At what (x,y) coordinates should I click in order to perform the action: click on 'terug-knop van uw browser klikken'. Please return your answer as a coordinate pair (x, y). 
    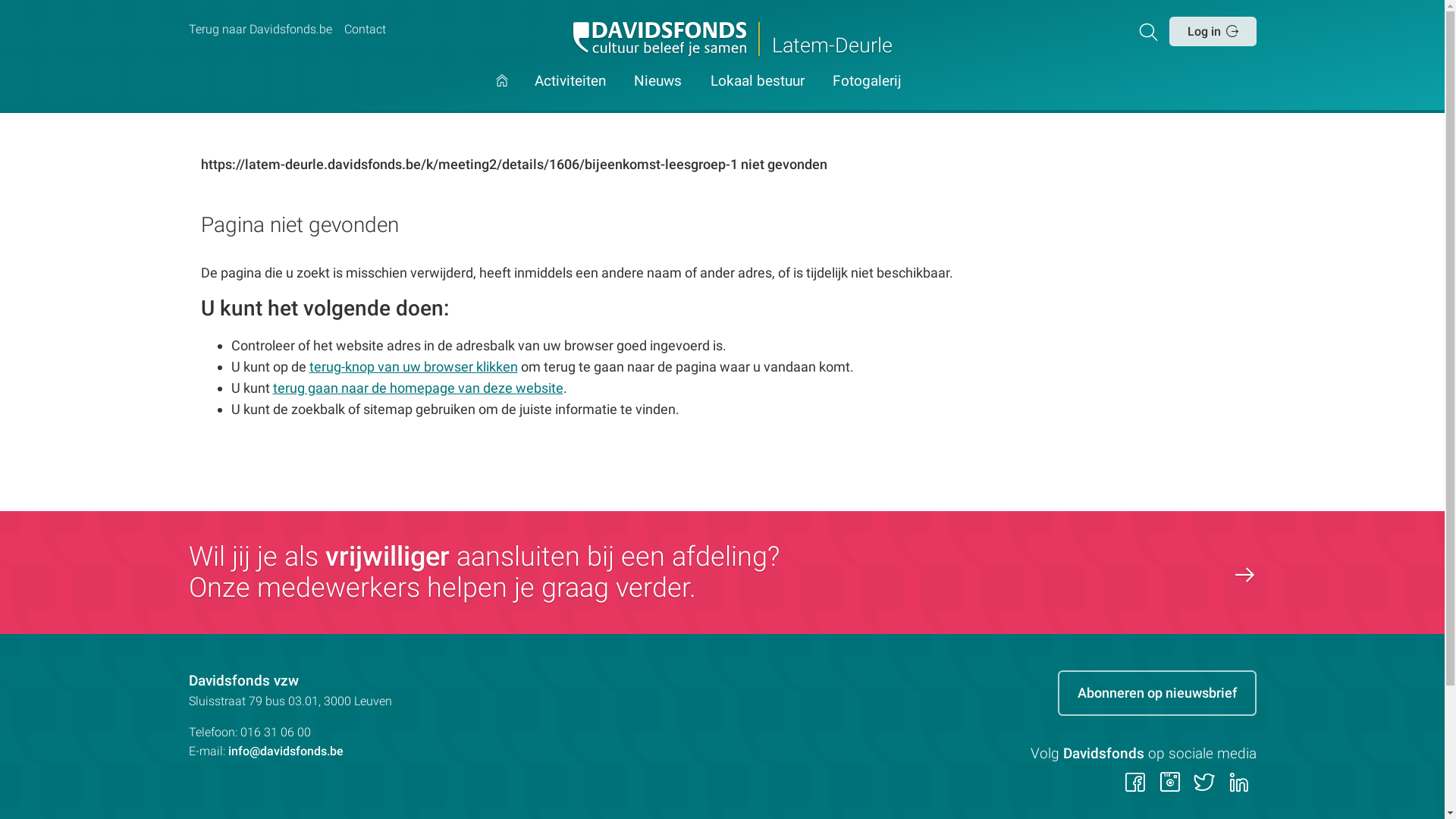
    Looking at the image, I should click on (309, 366).